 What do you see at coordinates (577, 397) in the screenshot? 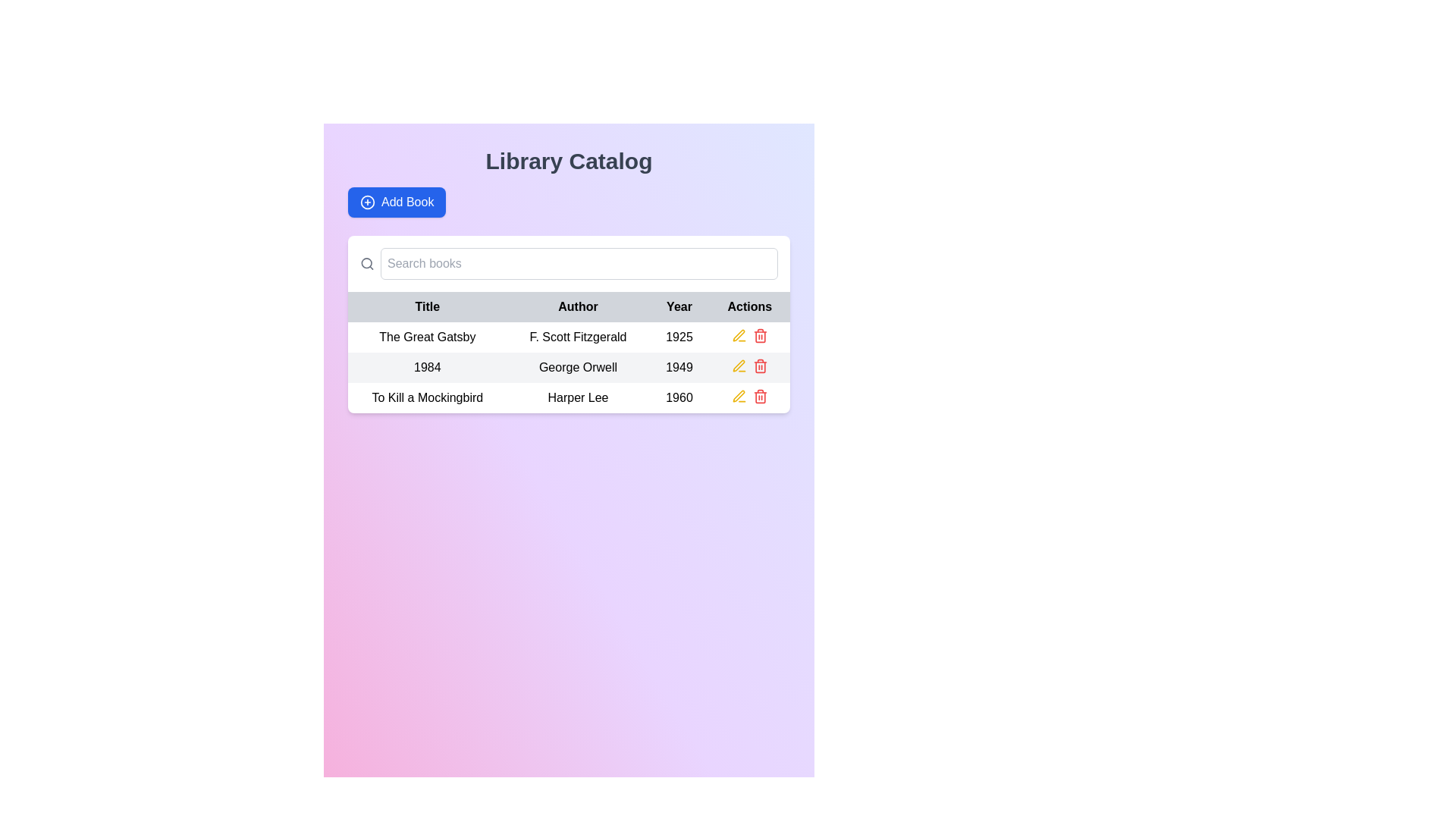
I see `the text label displaying 'Harper Lee' located in the second column, second row of the table in the 'Author' column` at bounding box center [577, 397].